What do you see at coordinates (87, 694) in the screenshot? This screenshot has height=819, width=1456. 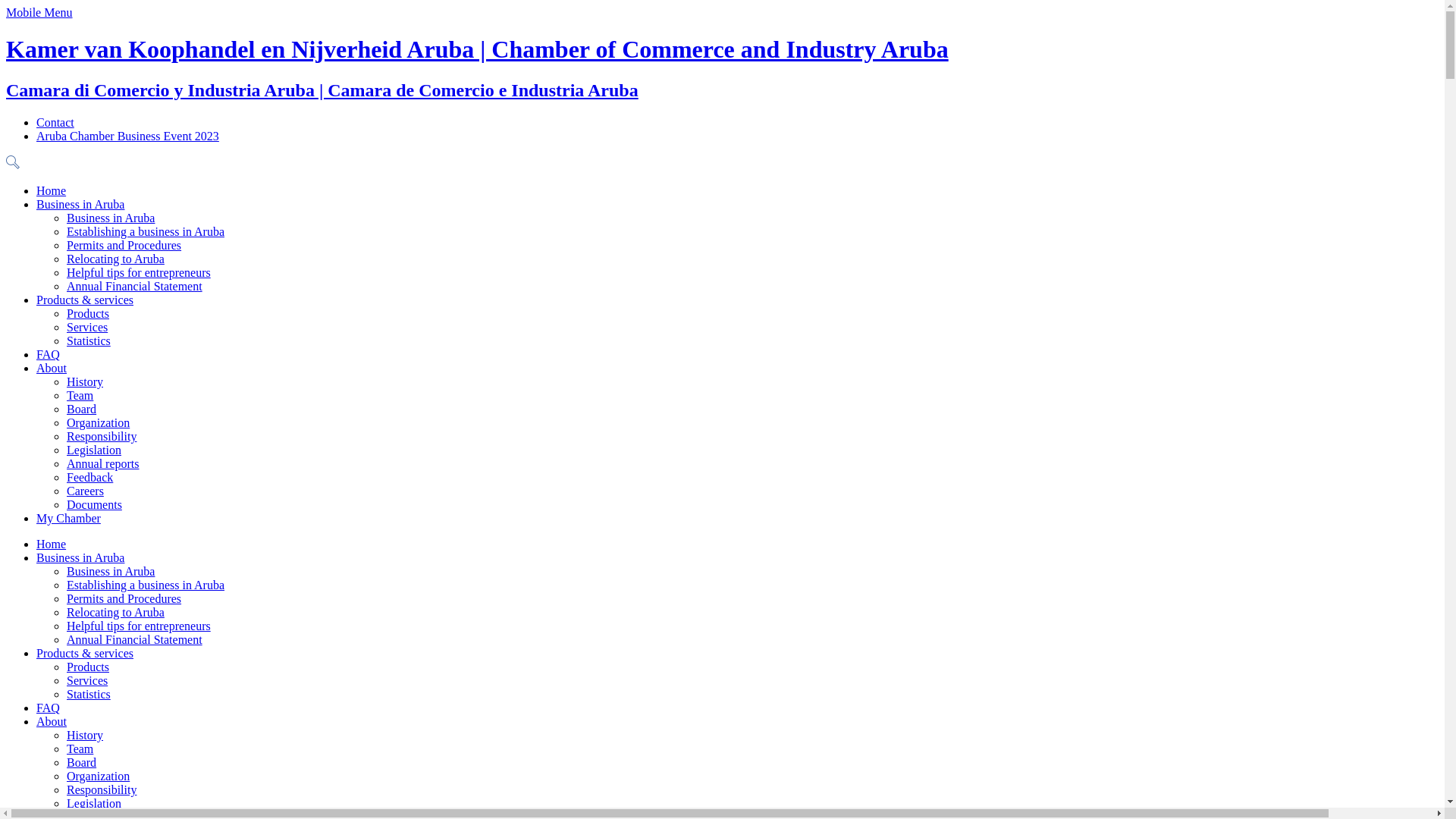 I see `'Statistics'` at bounding box center [87, 694].